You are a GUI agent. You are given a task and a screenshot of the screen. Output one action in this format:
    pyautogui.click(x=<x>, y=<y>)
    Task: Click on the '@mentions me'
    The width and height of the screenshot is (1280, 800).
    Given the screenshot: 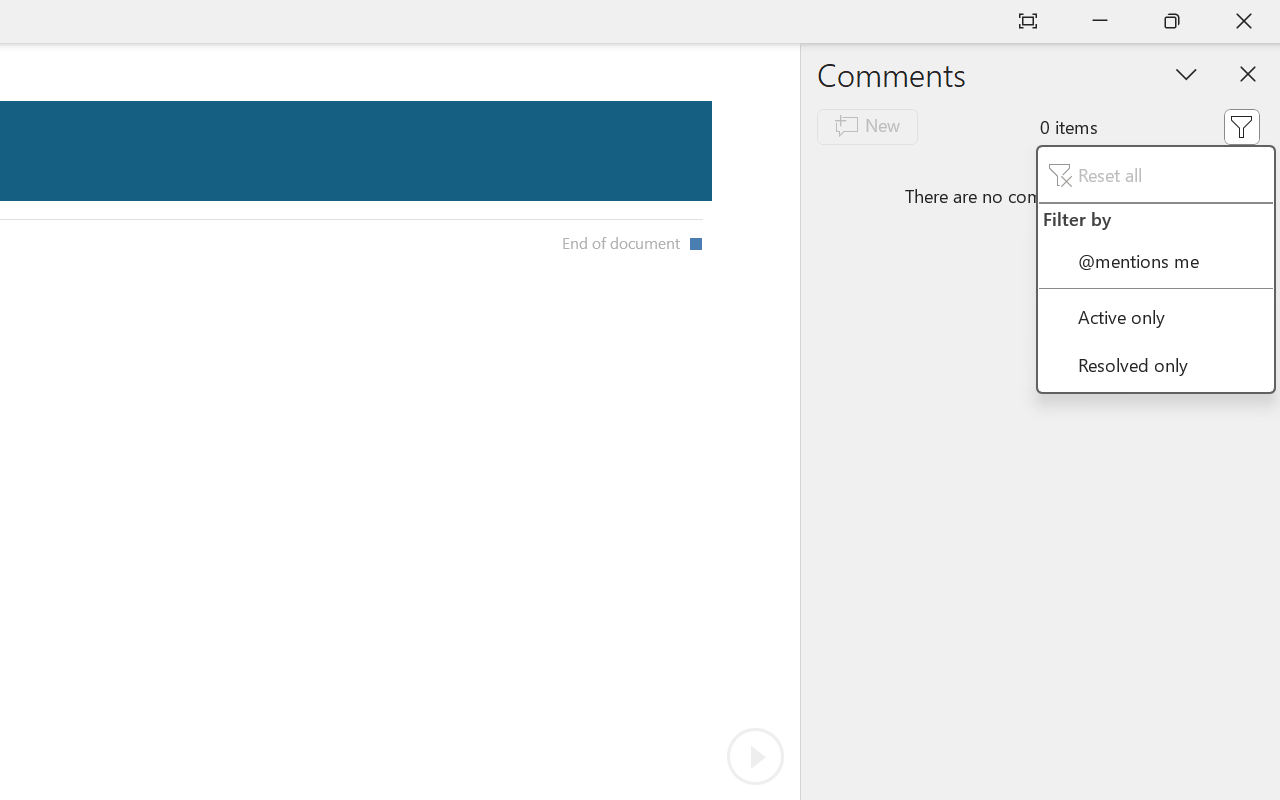 What is the action you would take?
    pyautogui.click(x=1155, y=259)
    